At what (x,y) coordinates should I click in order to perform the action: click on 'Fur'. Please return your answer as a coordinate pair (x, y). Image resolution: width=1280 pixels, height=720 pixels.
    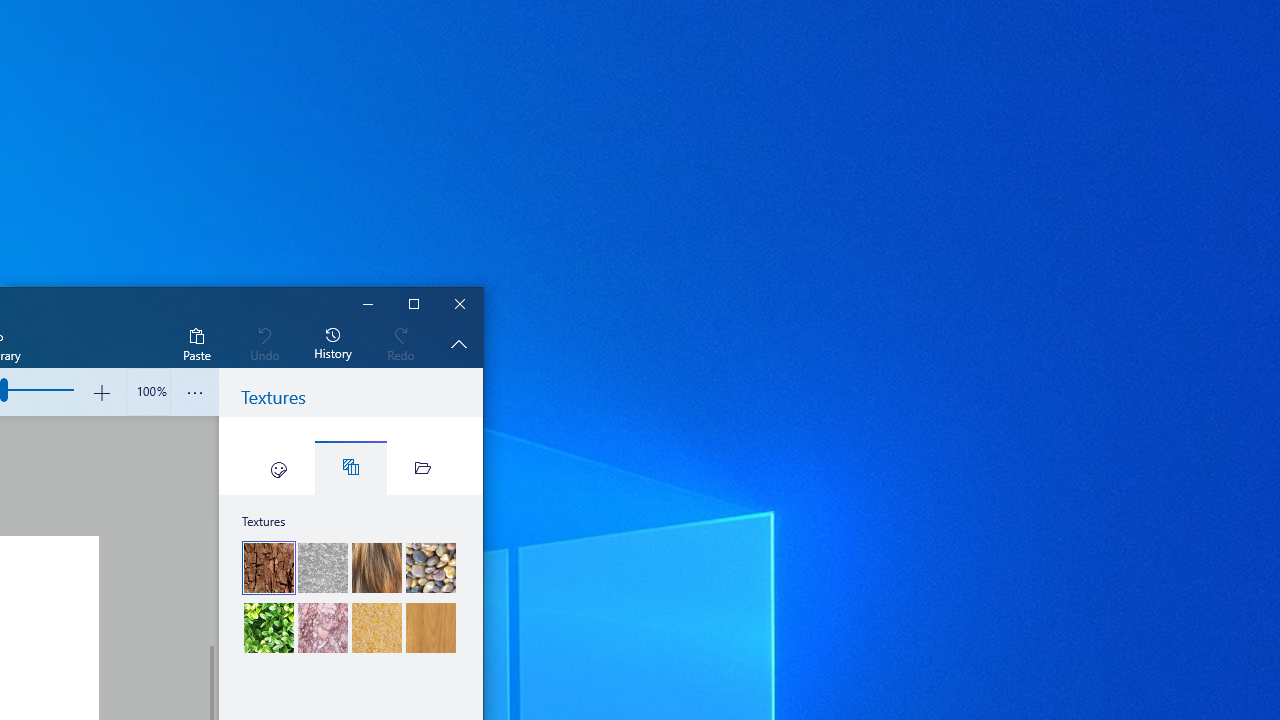
    Looking at the image, I should click on (376, 568).